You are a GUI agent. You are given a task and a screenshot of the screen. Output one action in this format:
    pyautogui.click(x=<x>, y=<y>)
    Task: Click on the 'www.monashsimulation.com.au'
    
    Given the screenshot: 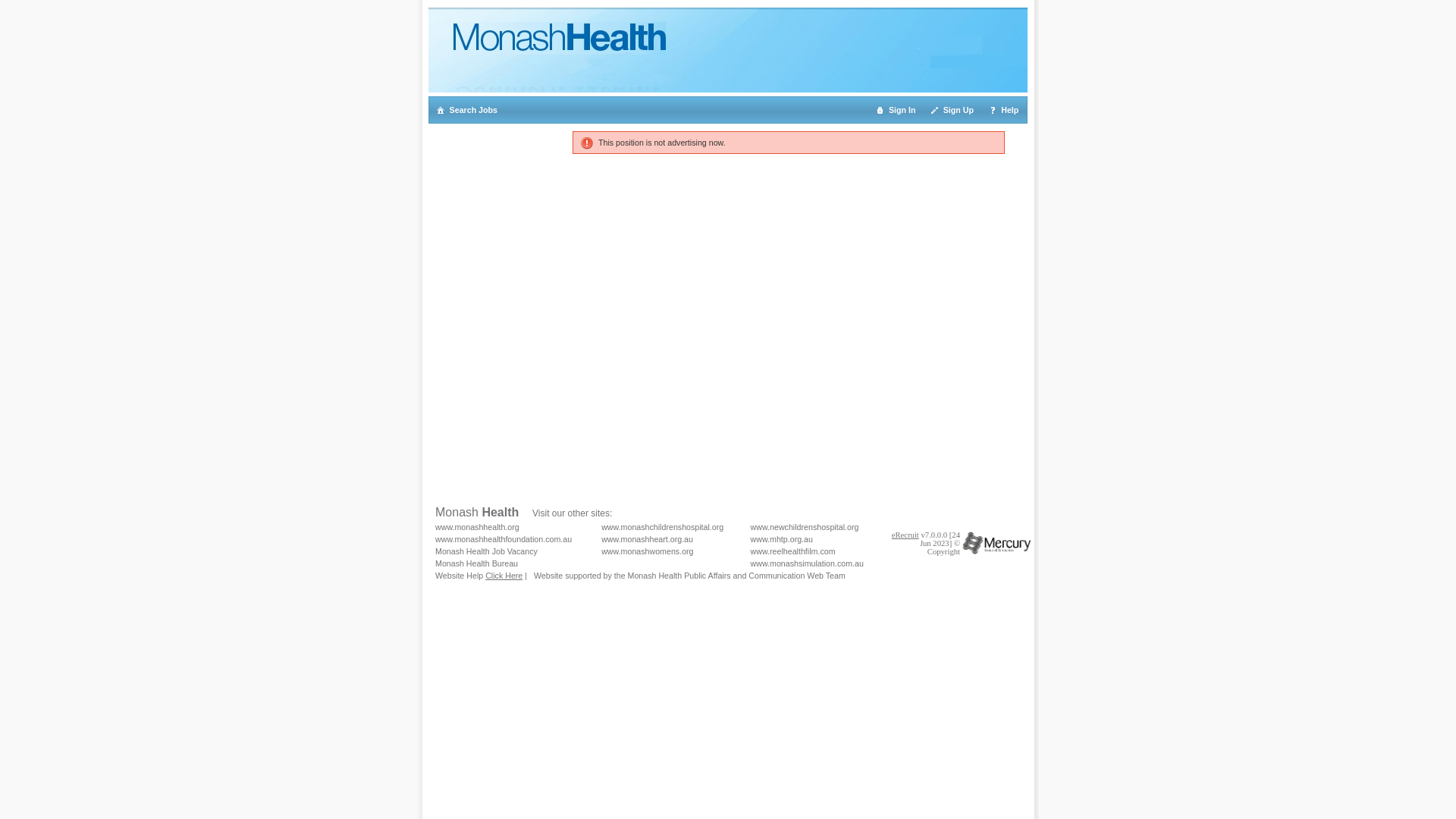 What is the action you would take?
    pyautogui.click(x=750, y=563)
    